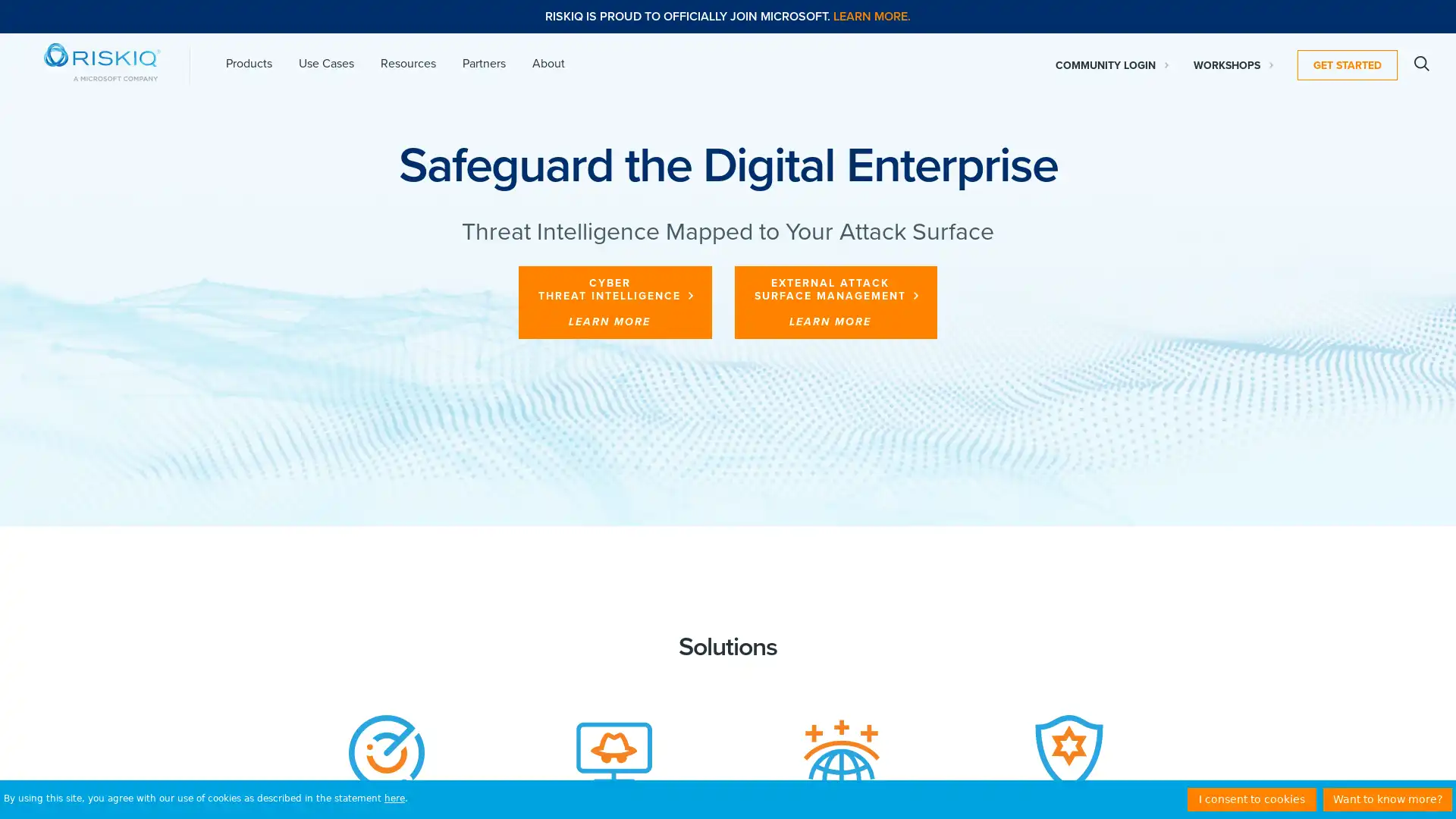  I want to click on Search, so click(1421, 63).